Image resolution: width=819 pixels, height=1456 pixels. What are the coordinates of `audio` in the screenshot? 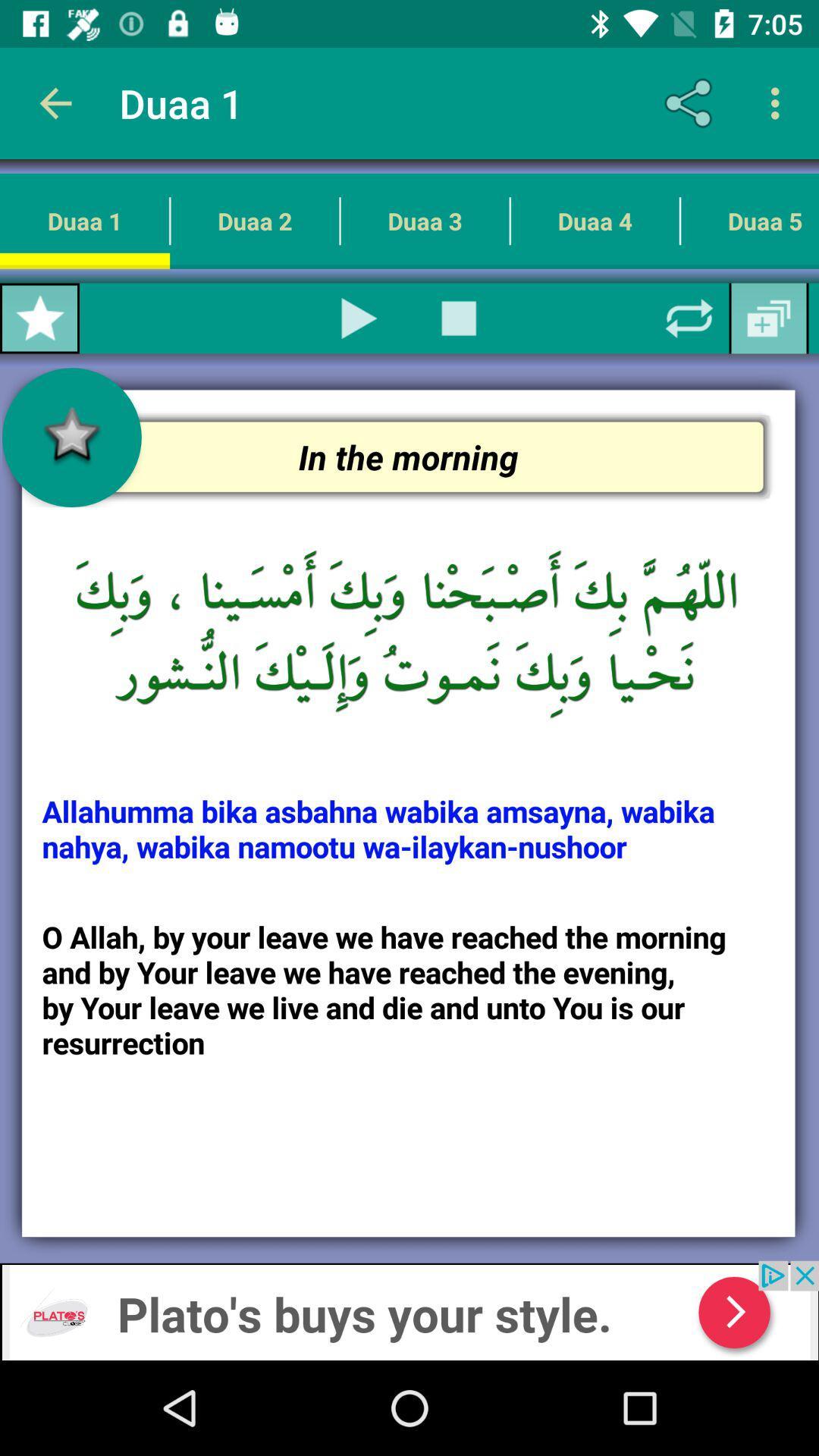 It's located at (359, 318).